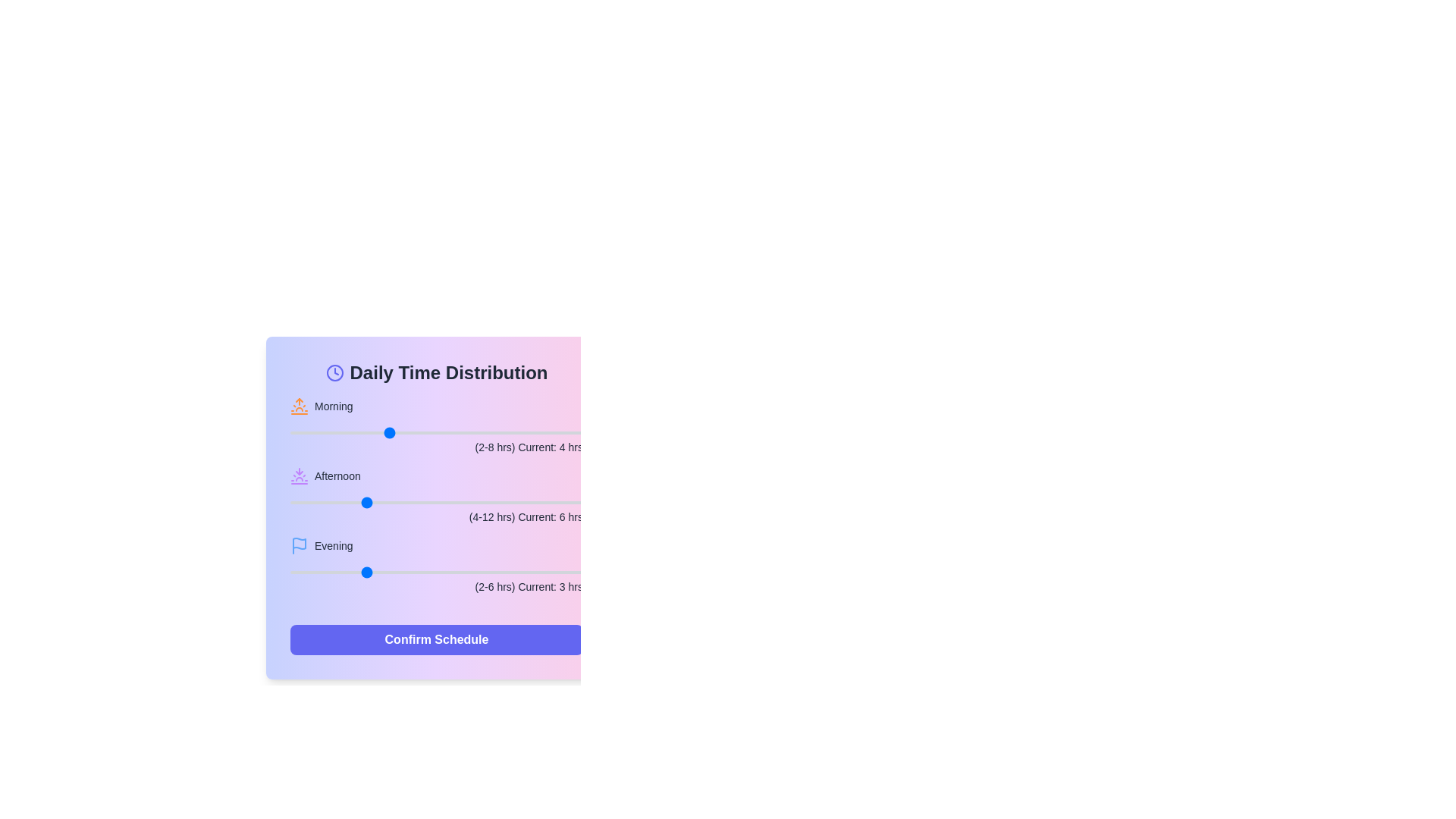 This screenshot has width=1456, height=819. I want to click on the afternoon time allocation, so click(510, 503).